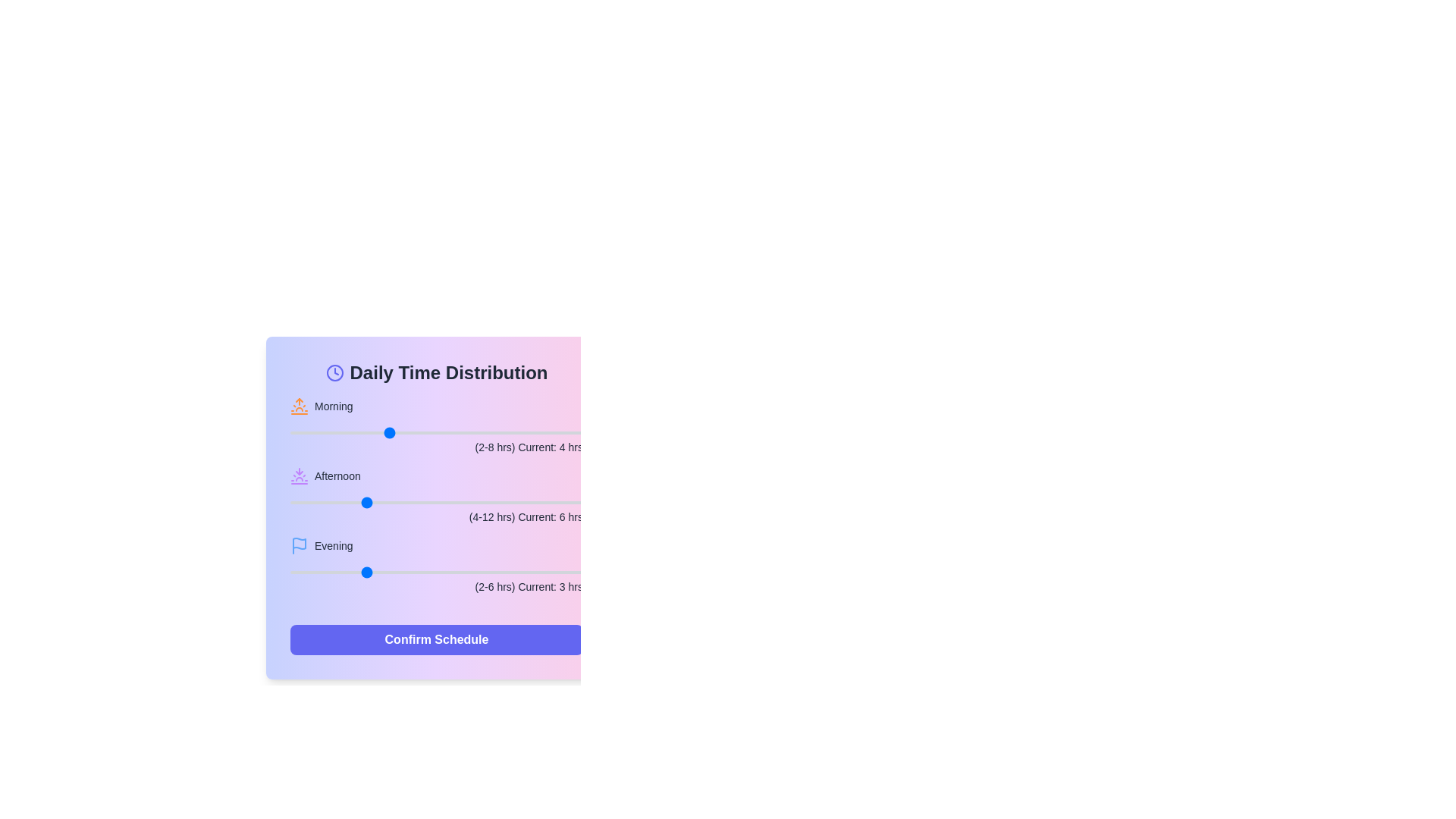 This screenshot has width=1456, height=819. I want to click on the afternoon time allocation, so click(510, 503).